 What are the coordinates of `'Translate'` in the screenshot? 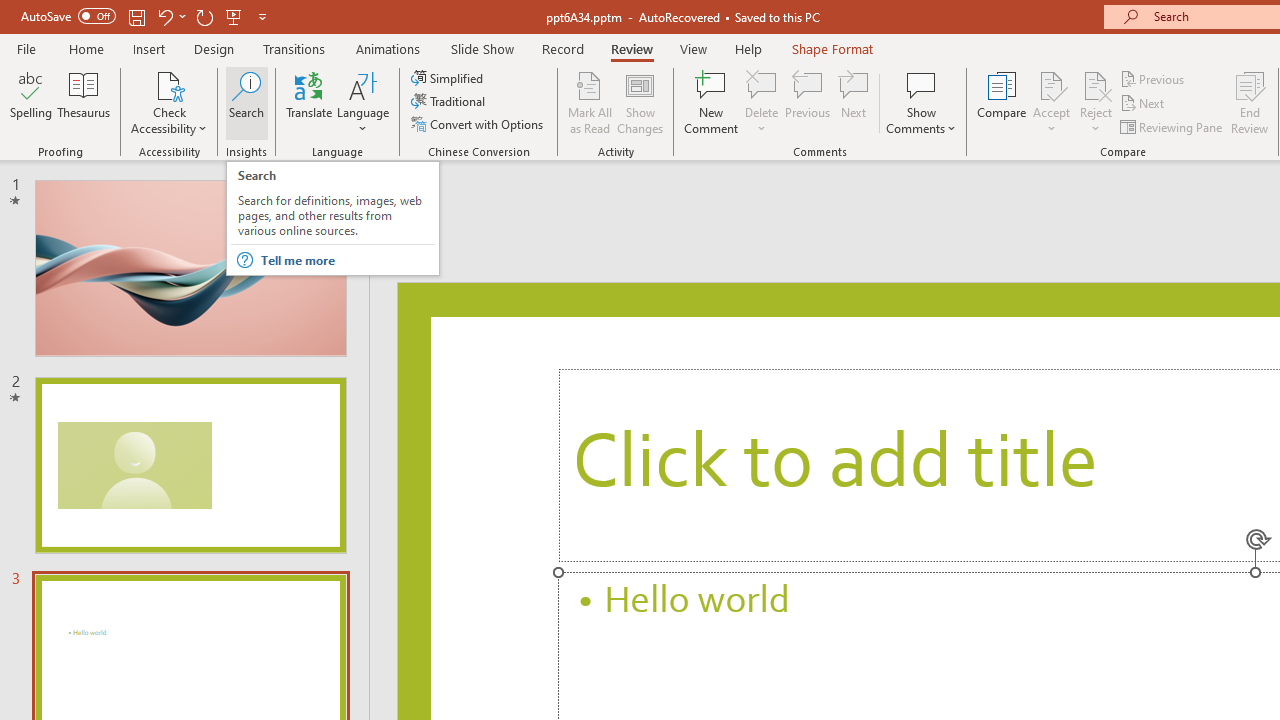 It's located at (308, 103).